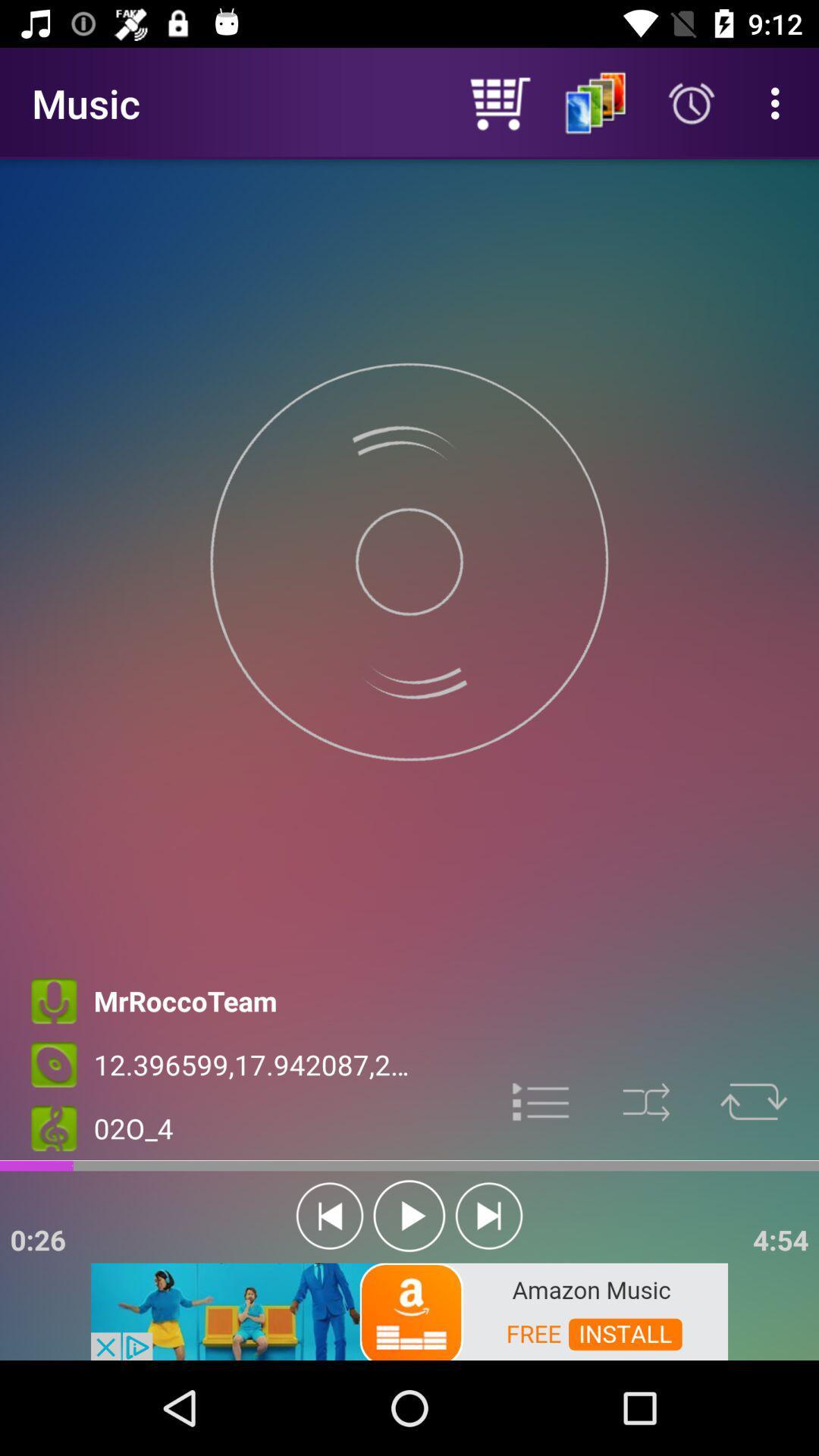  I want to click on the skip_previous icon, so click(329, 1216).